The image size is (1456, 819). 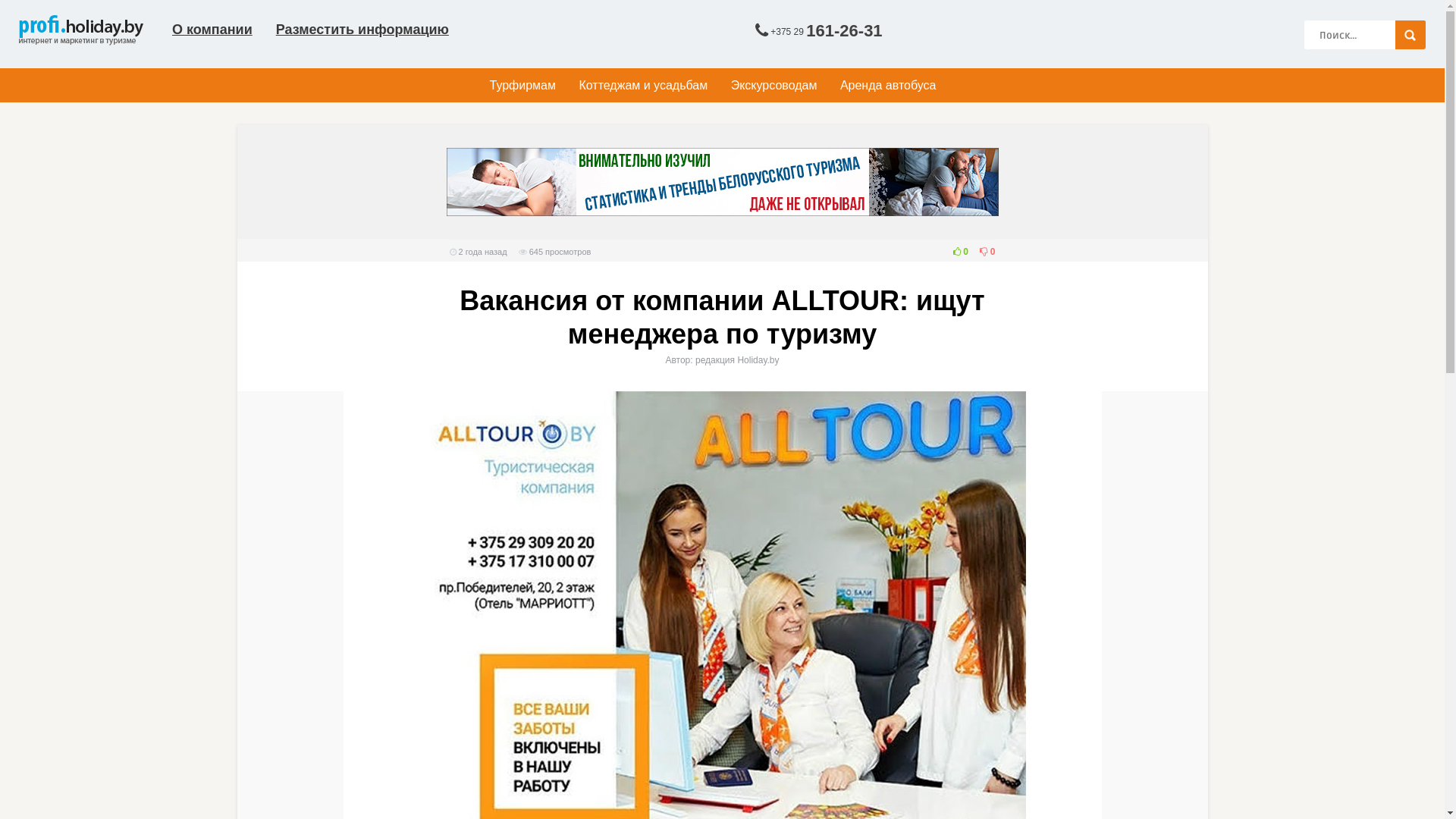 I want to click on '0', so click(x=983, y=250).